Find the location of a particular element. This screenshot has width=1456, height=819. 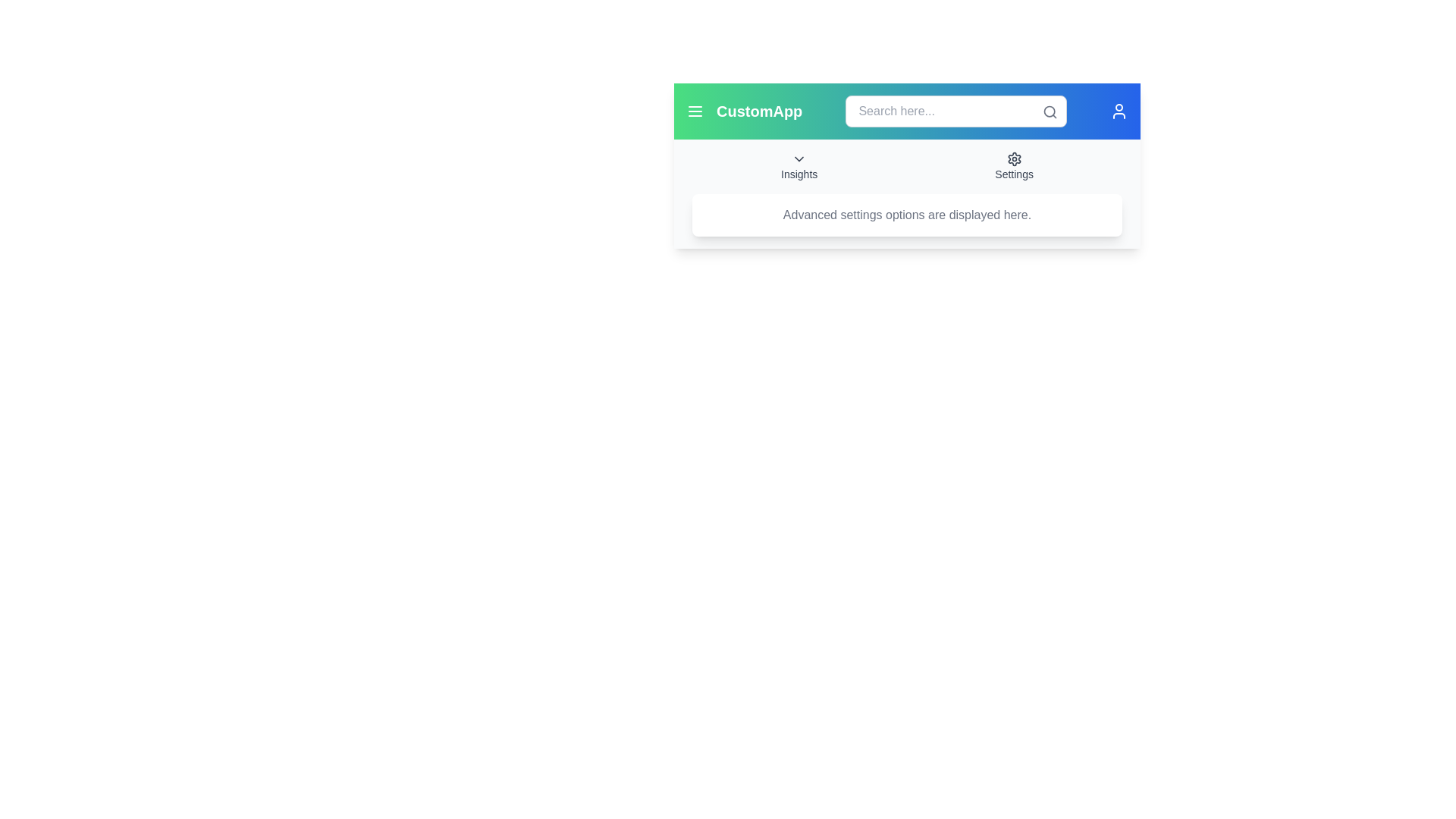

the leftmost button in the navigation header is located at coordinates (694, 110).